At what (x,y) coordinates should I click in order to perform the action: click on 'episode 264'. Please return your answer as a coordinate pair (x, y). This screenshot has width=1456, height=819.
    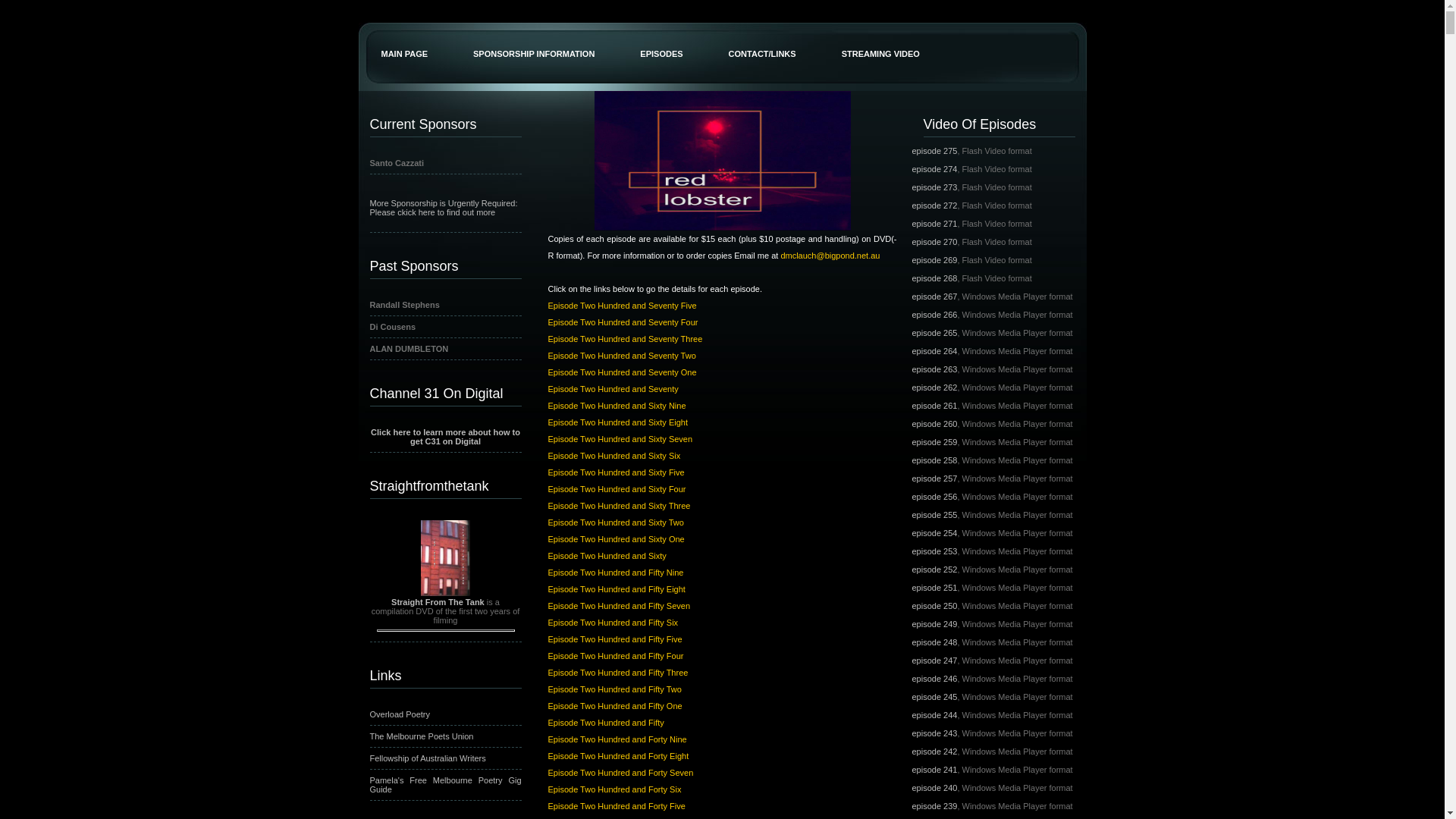
    Looking at the image, I should click on (934, 350).